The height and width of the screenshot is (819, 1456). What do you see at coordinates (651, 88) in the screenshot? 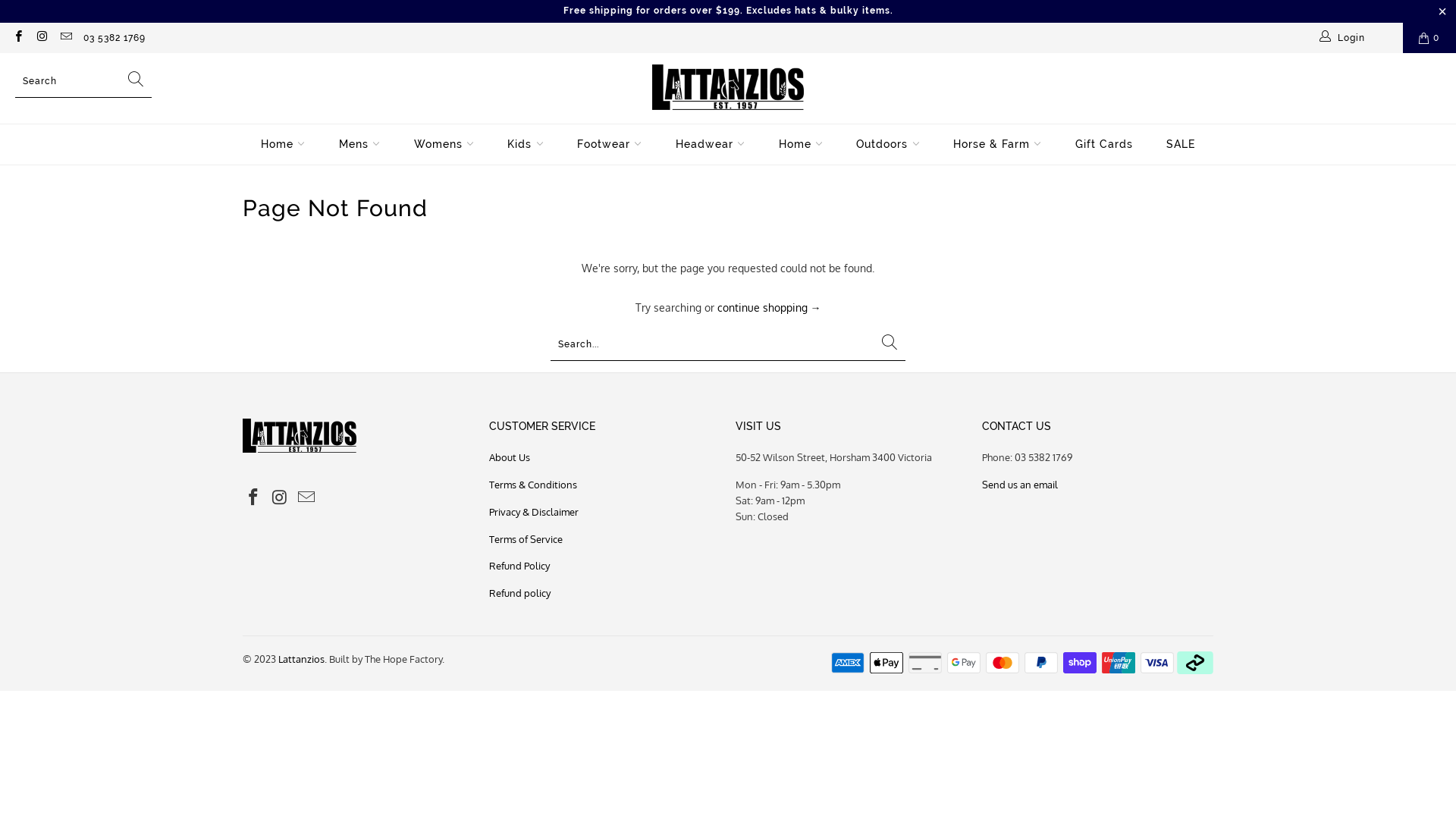
I see `'Lattanzios'` at bounding box center [651, 88].